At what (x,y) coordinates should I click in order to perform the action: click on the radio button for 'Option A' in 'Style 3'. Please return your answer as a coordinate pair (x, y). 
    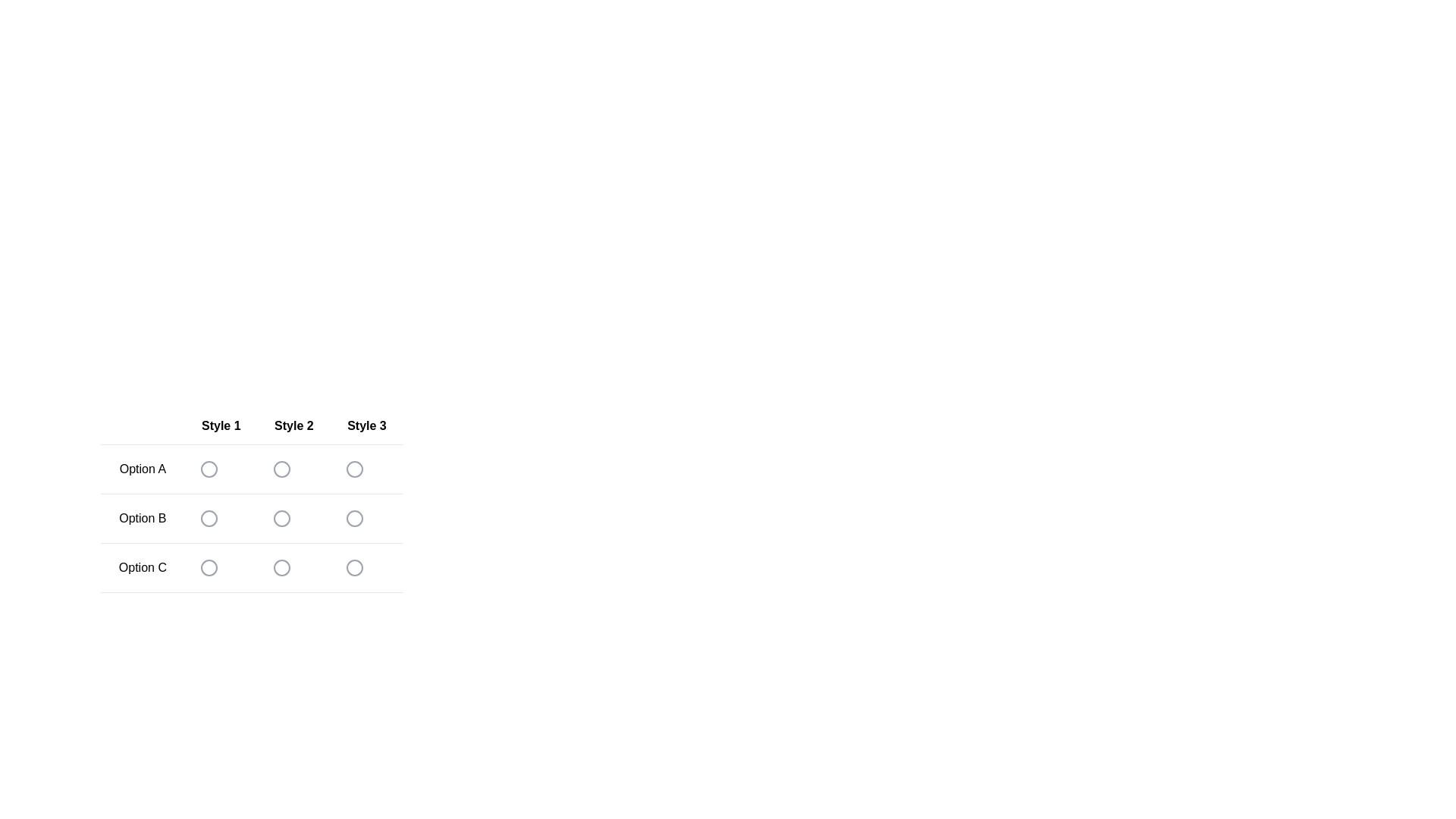
    Looking at the image, I should click on (367, 468).